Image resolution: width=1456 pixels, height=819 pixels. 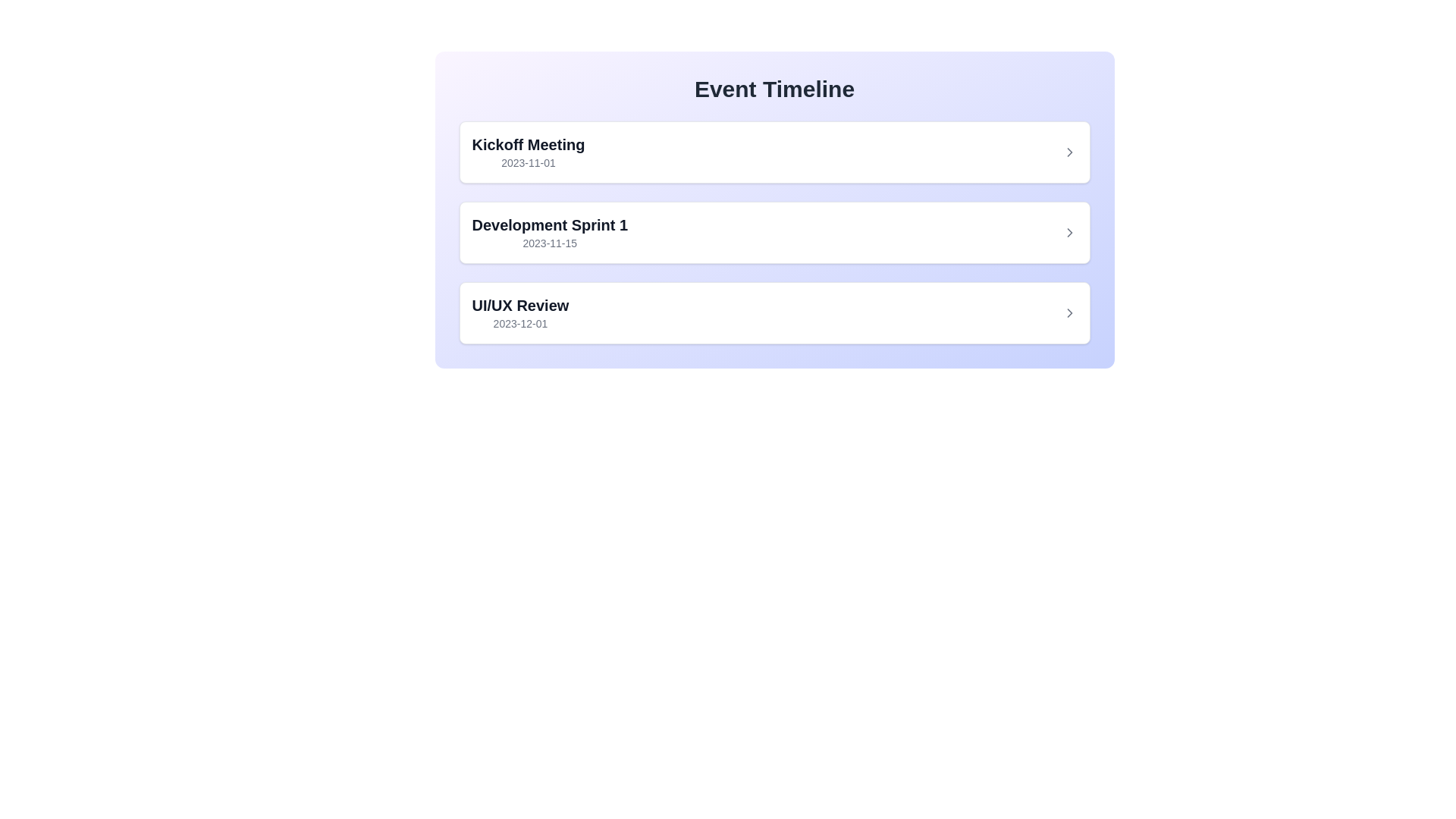 What do you see at coordinates (528, 145) in the screenshot?
I see `the static text label displaying 'Kickoff Meeting', which is styled in bold and located at the upper left of the card layout under the 'Event Timeline' header` at bounding box center [528, 145].